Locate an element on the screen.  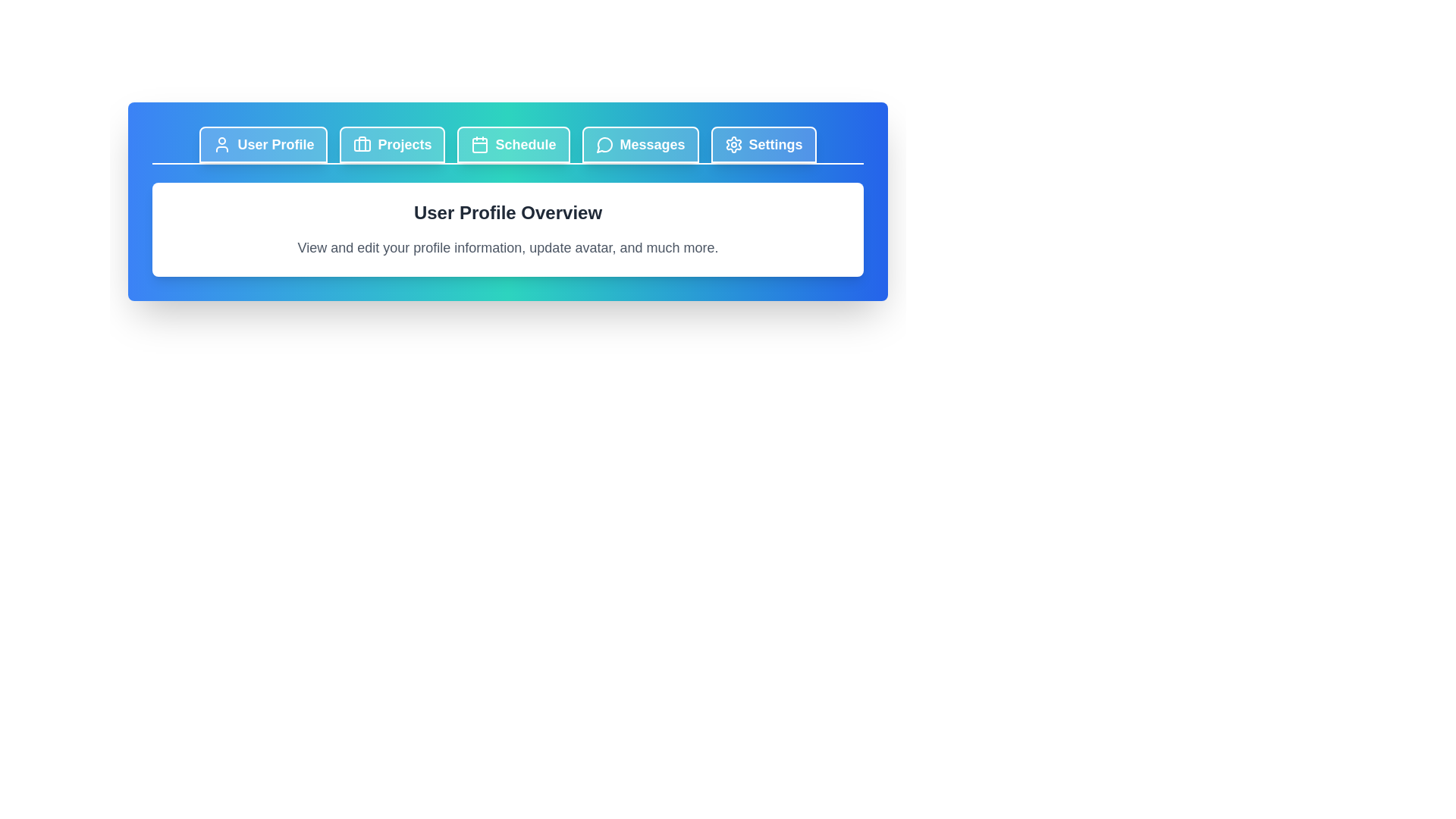
the small briefcase icon located next to the text labeled 'Projects' in the navigation bar is located at coordinates (362, 145).